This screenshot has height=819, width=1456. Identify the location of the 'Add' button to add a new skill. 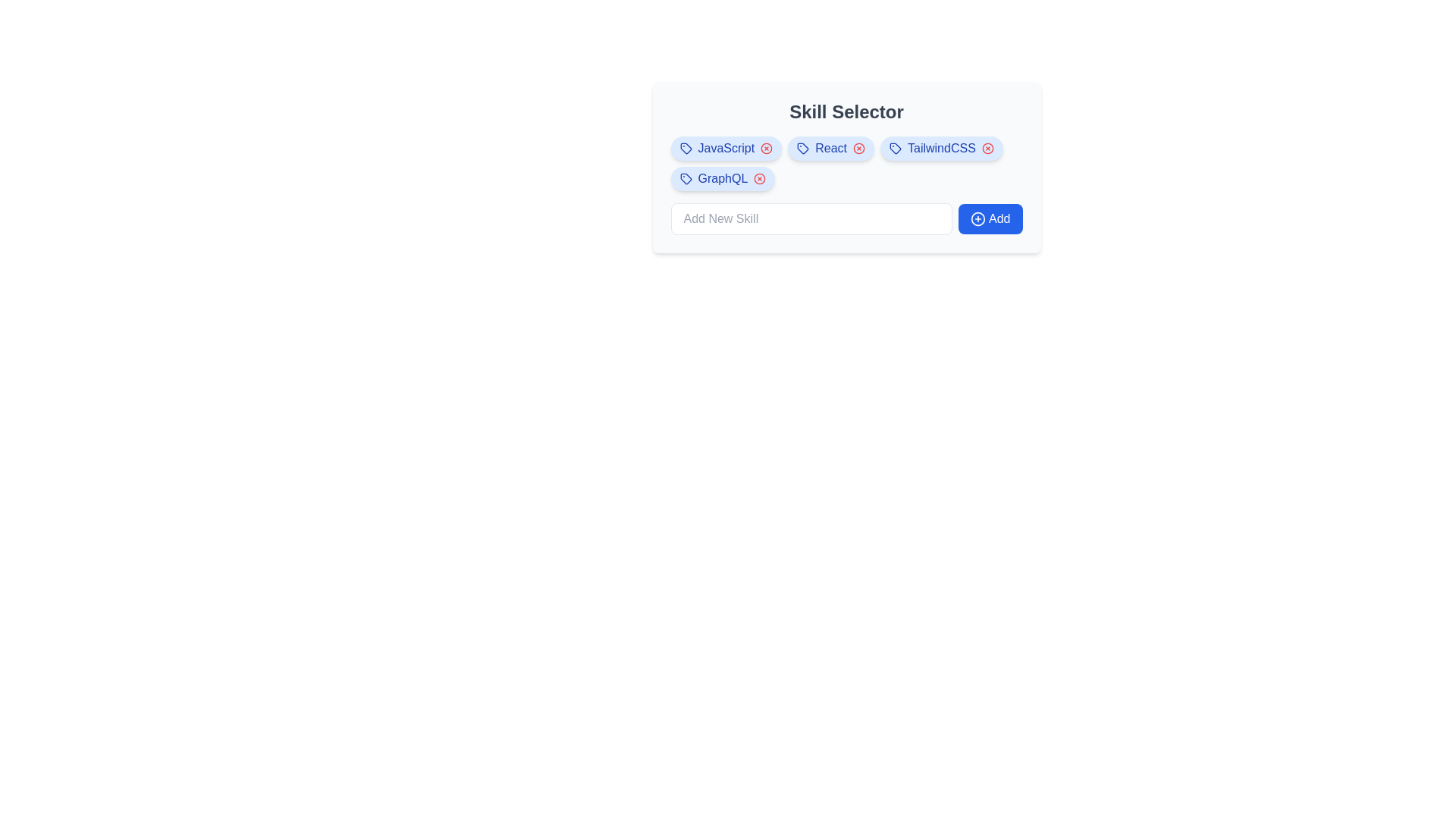
(990, 219).